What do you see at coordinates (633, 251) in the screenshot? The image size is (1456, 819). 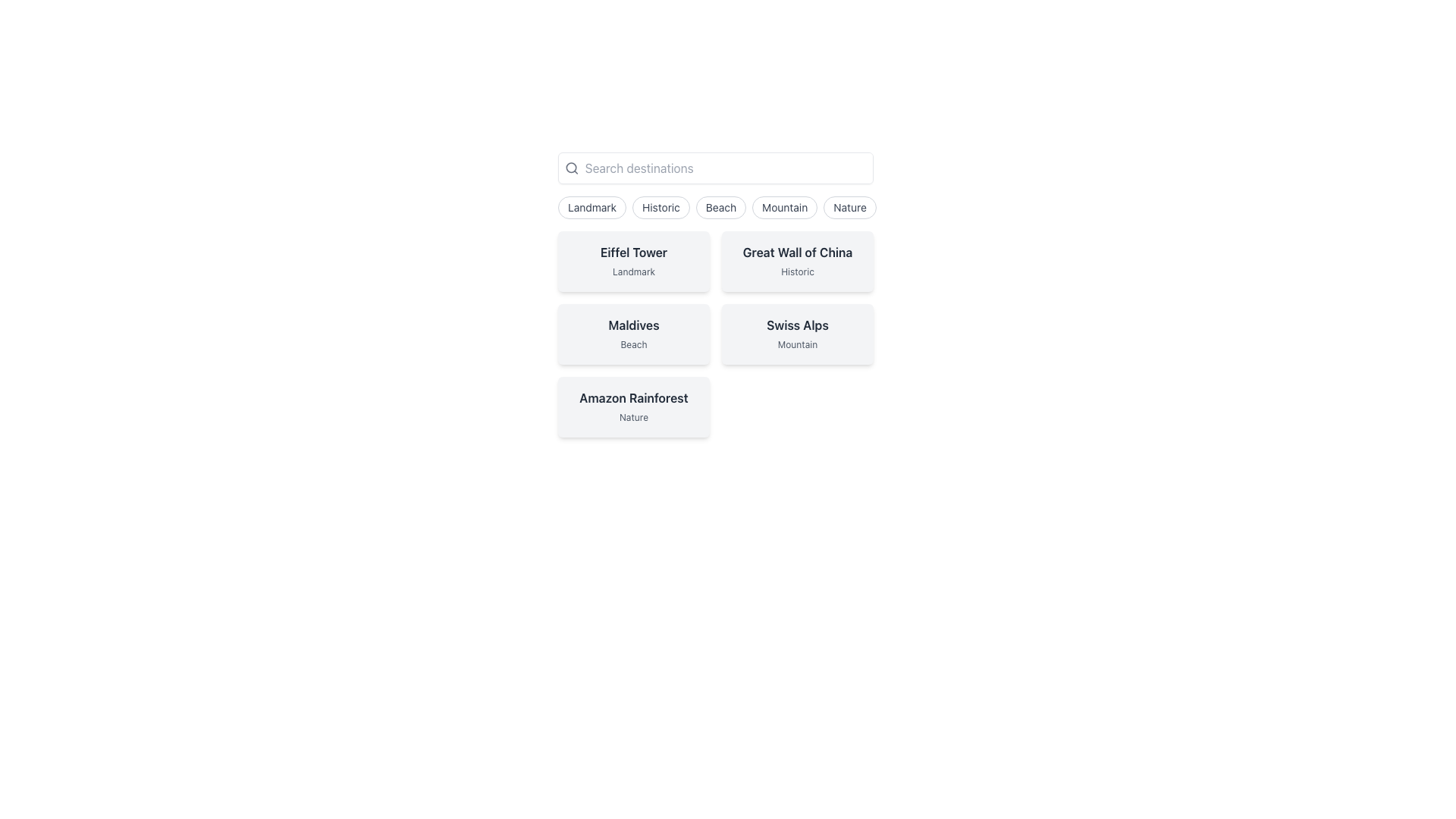 I see `the static text label displaying 'Eiffel Tower' in a bold serif font, located within a card with a light gray background` at bounding box center [633, 251].